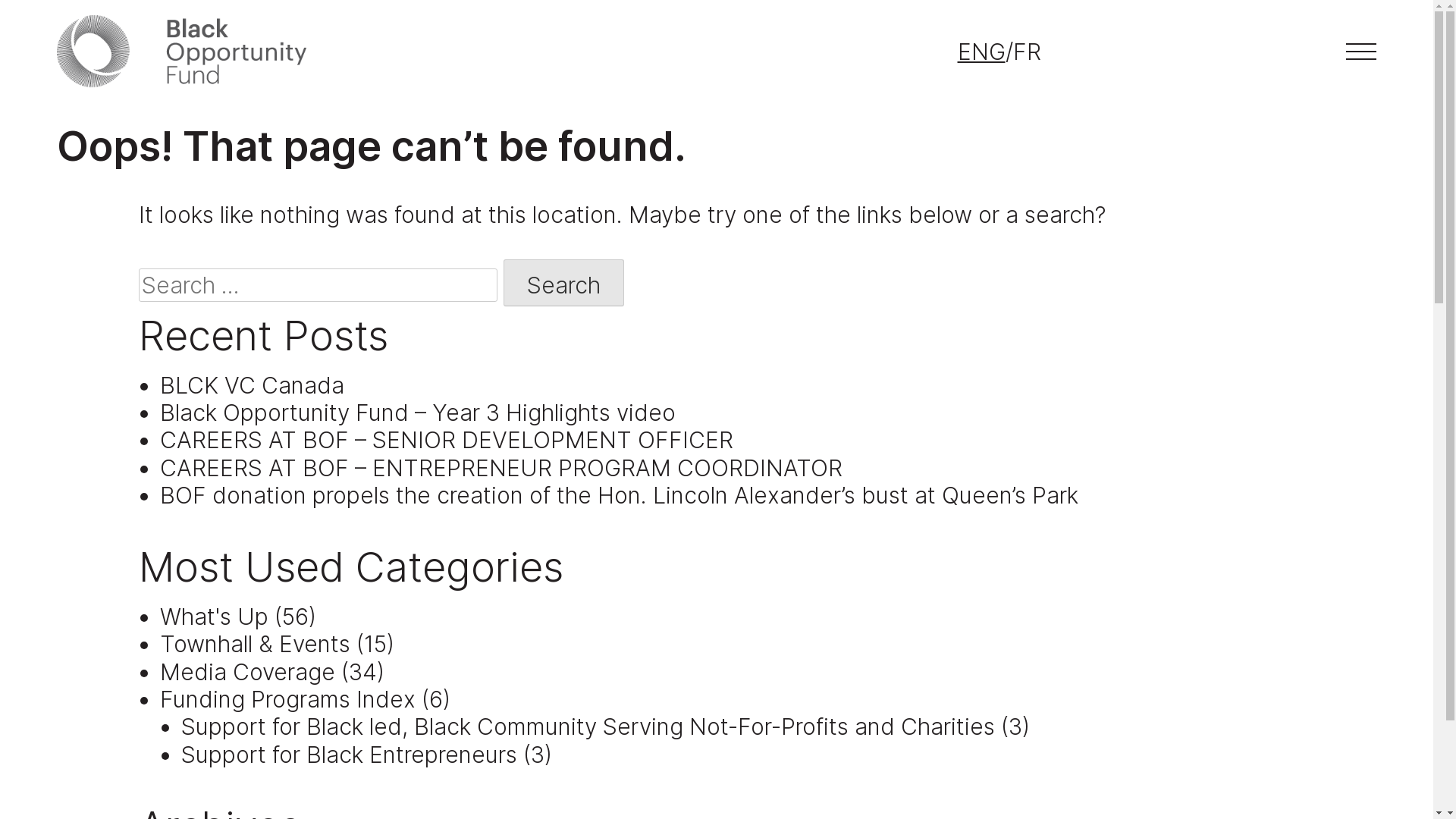 The width and height of the screenshot is (1456, 819). What do you see at coordinates (287, 698) in the screenshot?
I see `'Funding Programs Index'` at bounding box center [287, 698].